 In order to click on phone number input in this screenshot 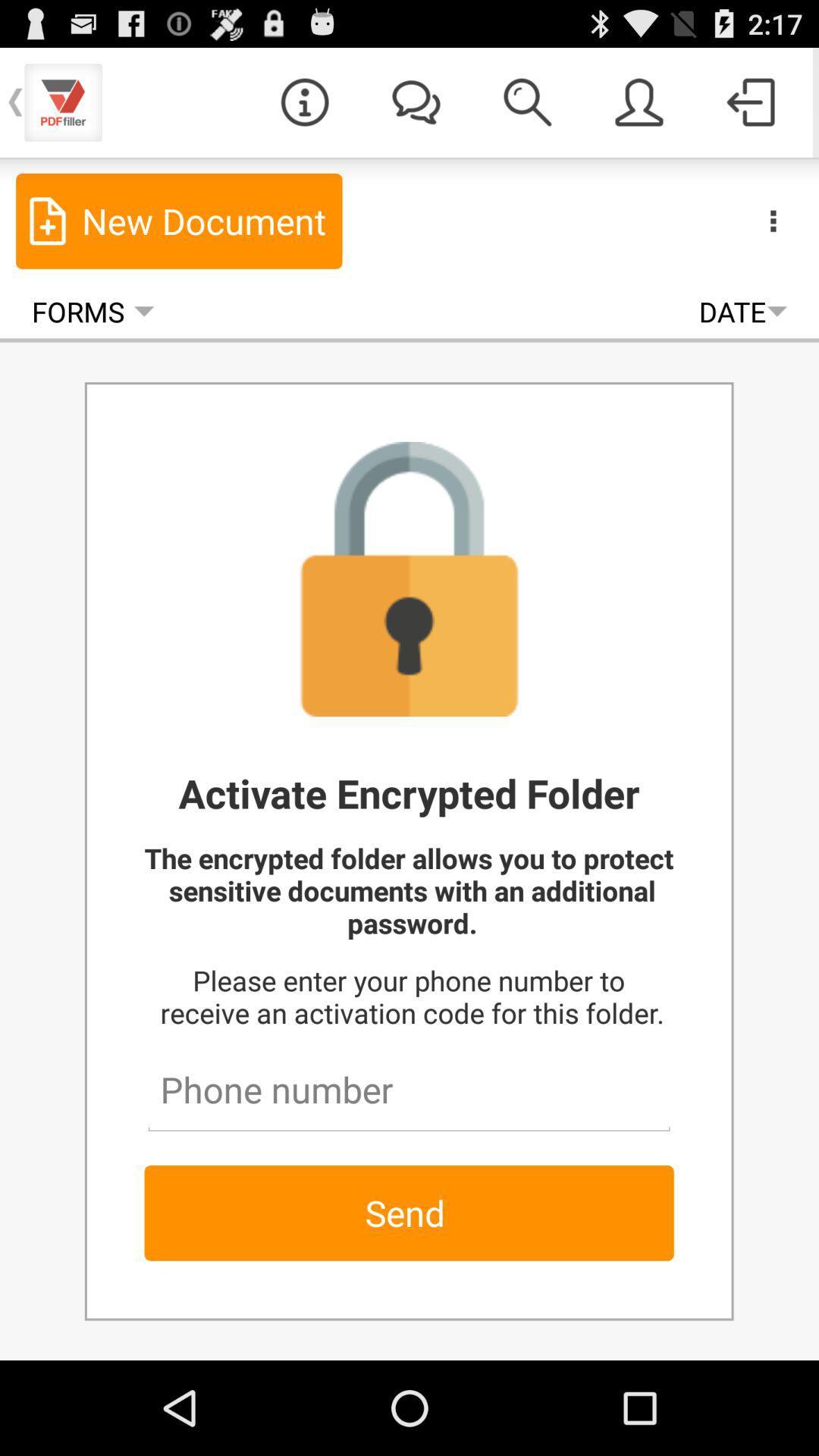, I will do `click(408, 1082)`.